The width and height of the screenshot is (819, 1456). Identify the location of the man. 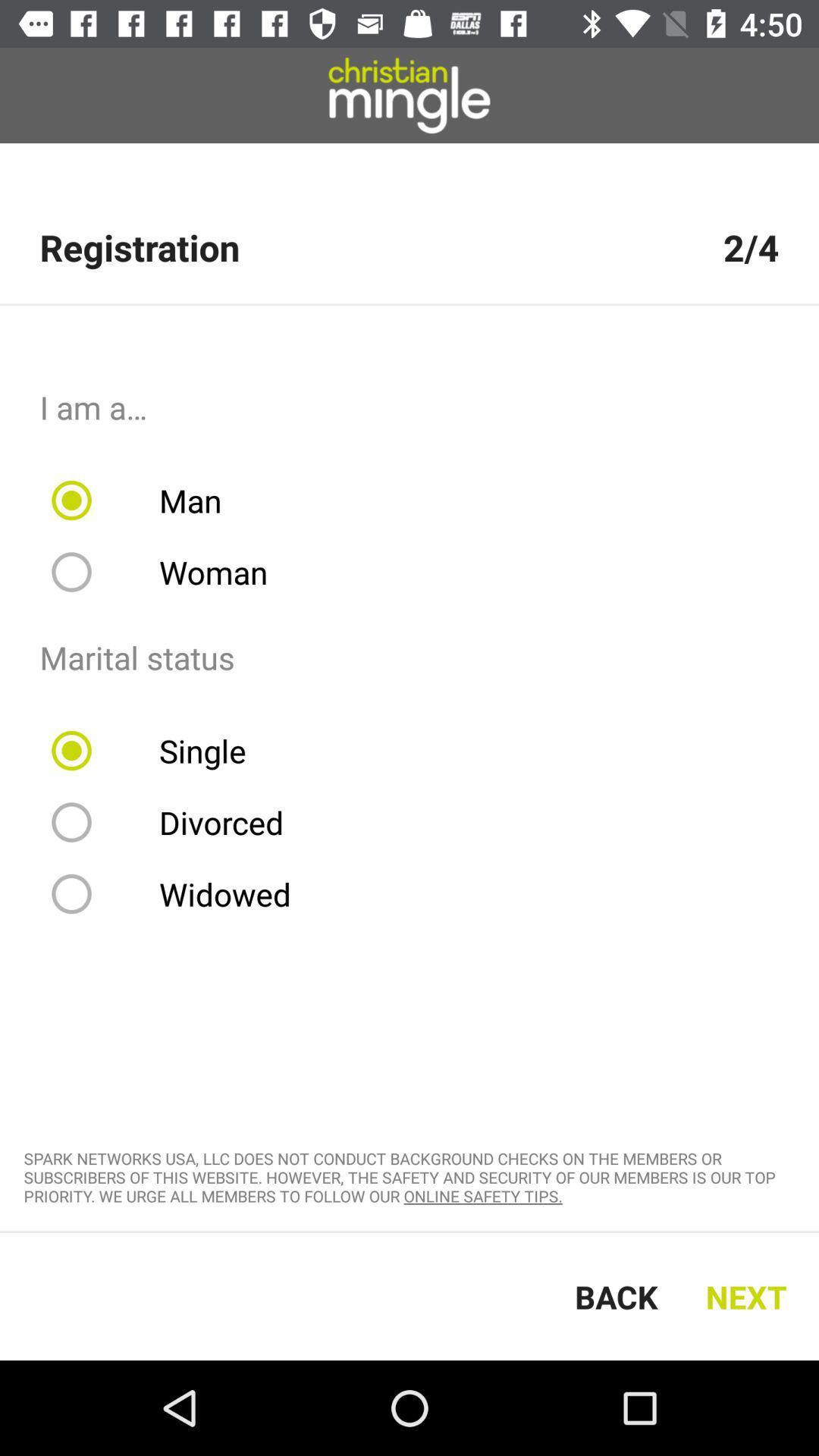
(146, 500).